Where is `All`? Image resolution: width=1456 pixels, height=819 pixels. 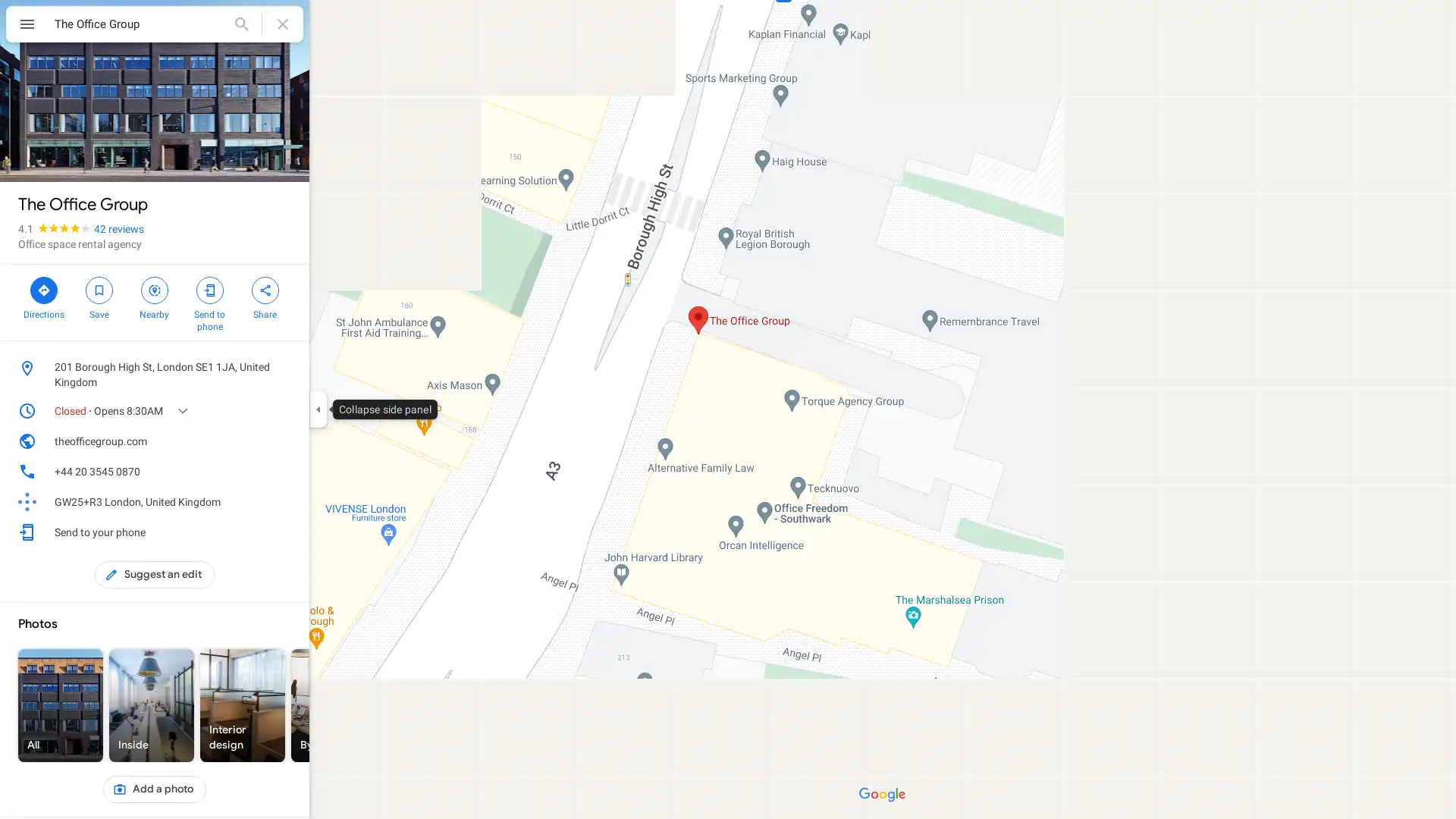 All is located at coordinates (61, 705).